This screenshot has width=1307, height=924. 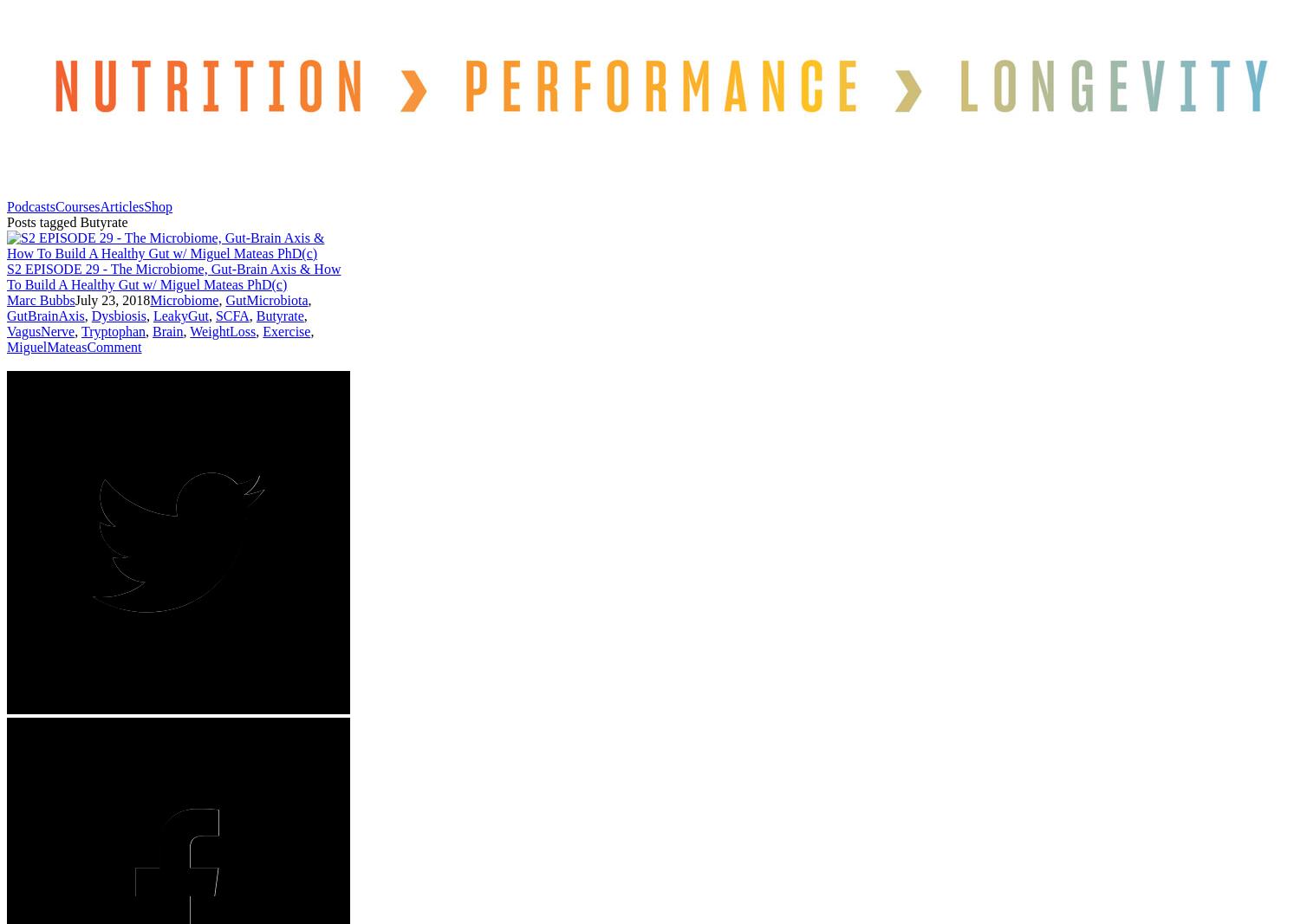 What do you see at coordinates (6, 205) in the screenshot?
I see `'Podcasts'` at bounding box center [6, 205].